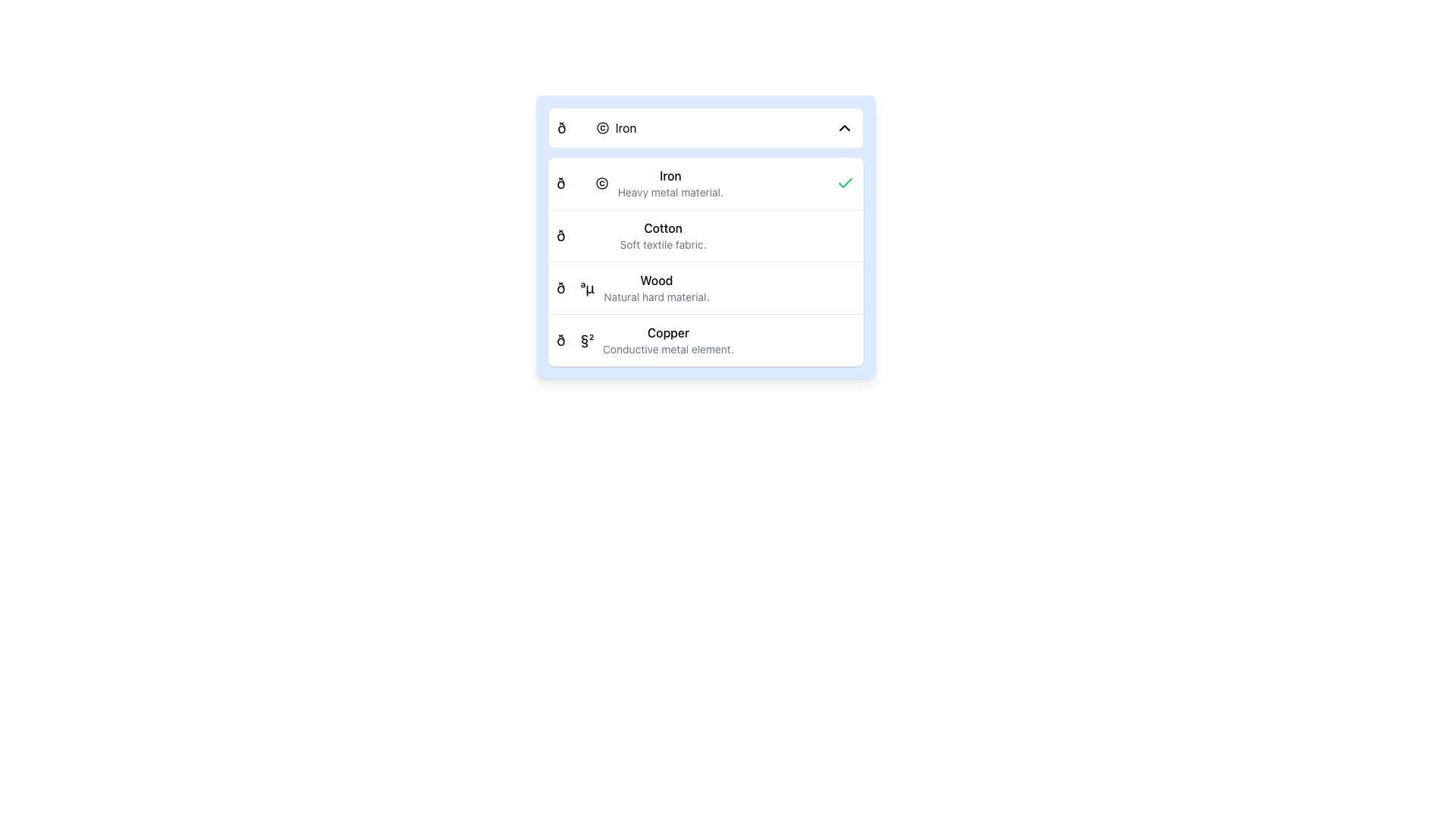  What do you see at coordinates (626, 127) in the screenshot?
I see `the text label reading 'Iron'` at bounding box center [626, 127].